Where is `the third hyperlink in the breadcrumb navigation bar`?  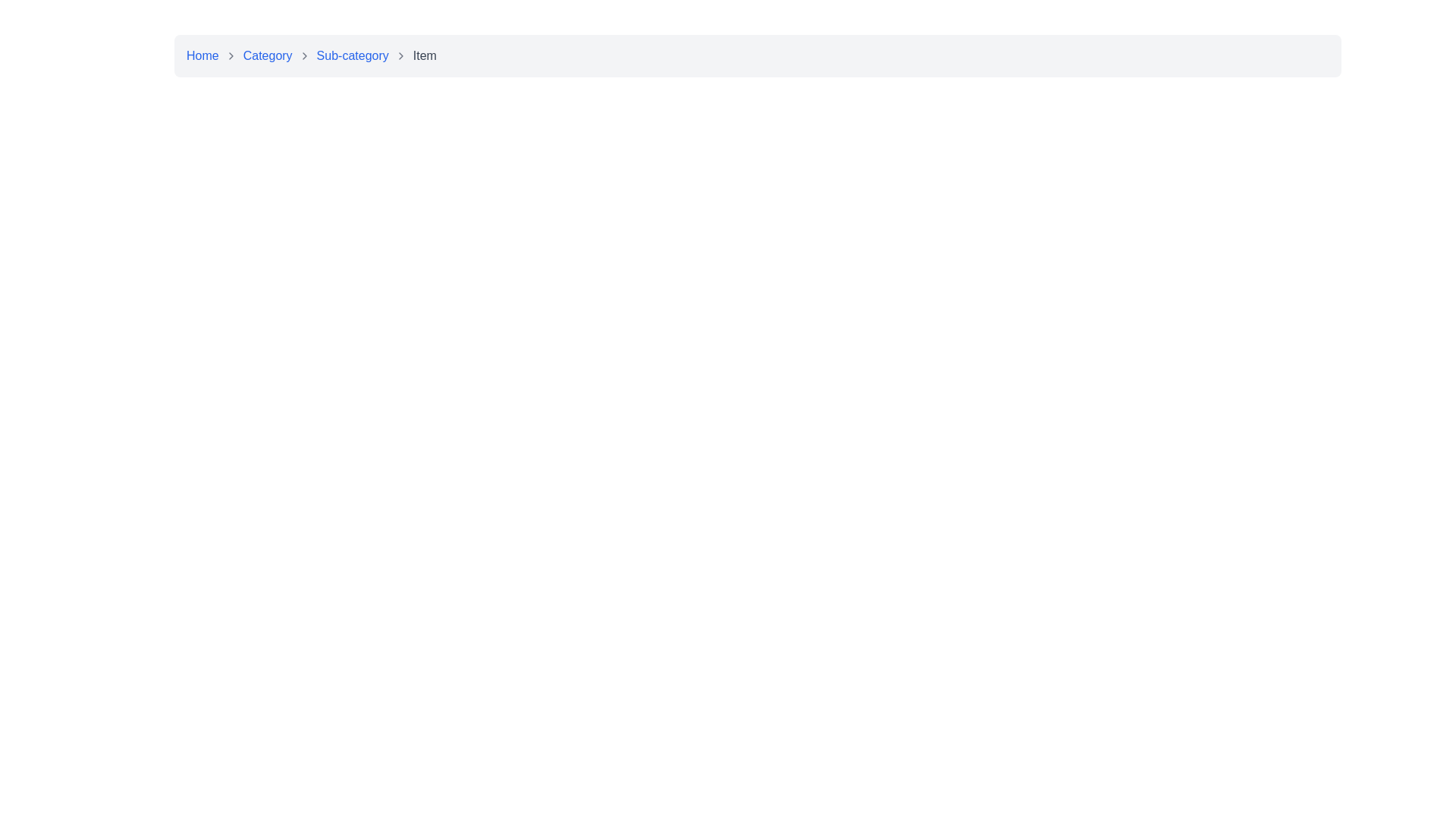 the third hyperlink in the breadcrumb navigation bar is located at coordinates (352, 55).